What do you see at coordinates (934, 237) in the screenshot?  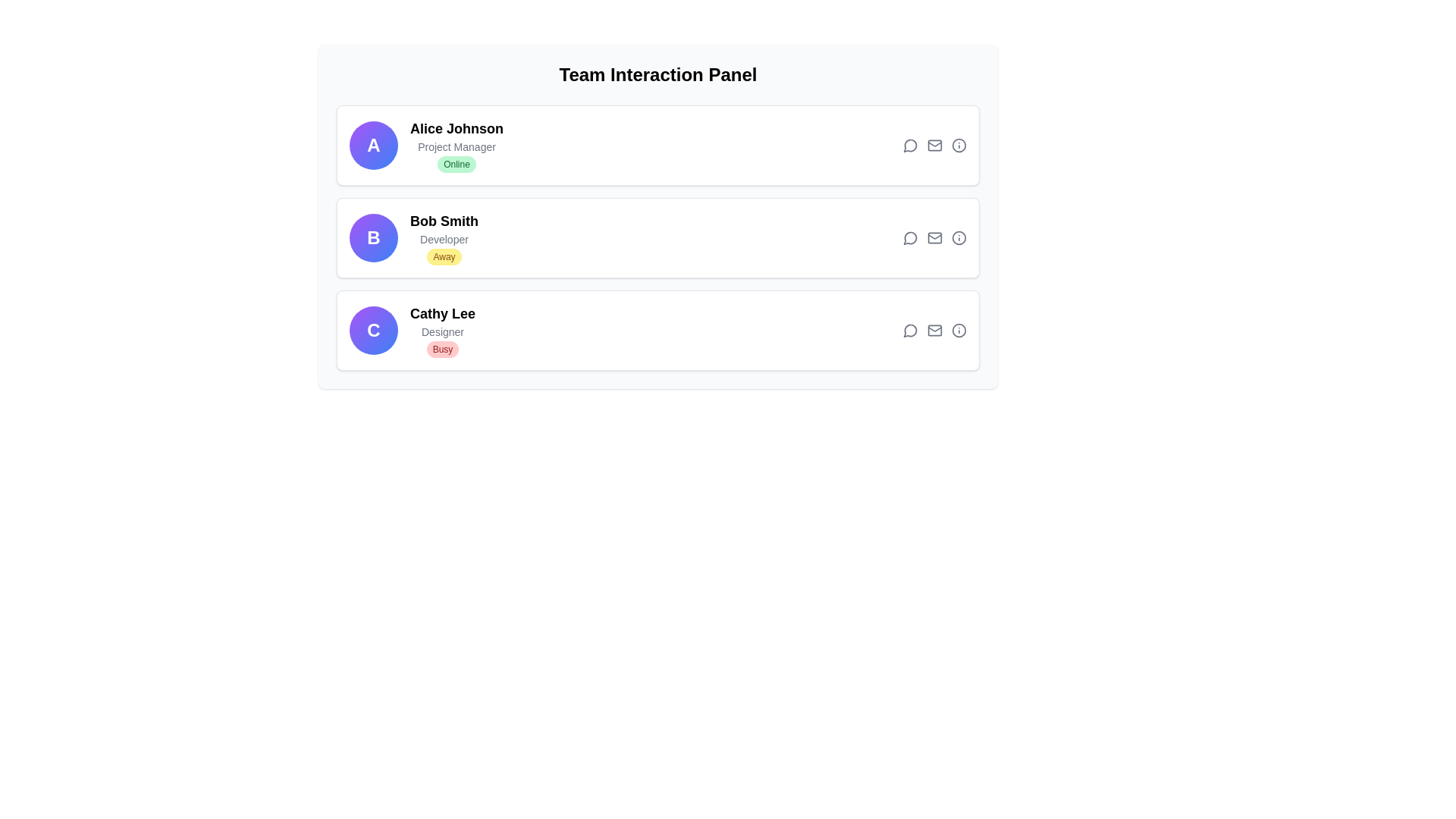 I see `the diagonal line element that represents an email envelope, located as the second icon from the left in the middle user's row` at bounding box center [934, 237].